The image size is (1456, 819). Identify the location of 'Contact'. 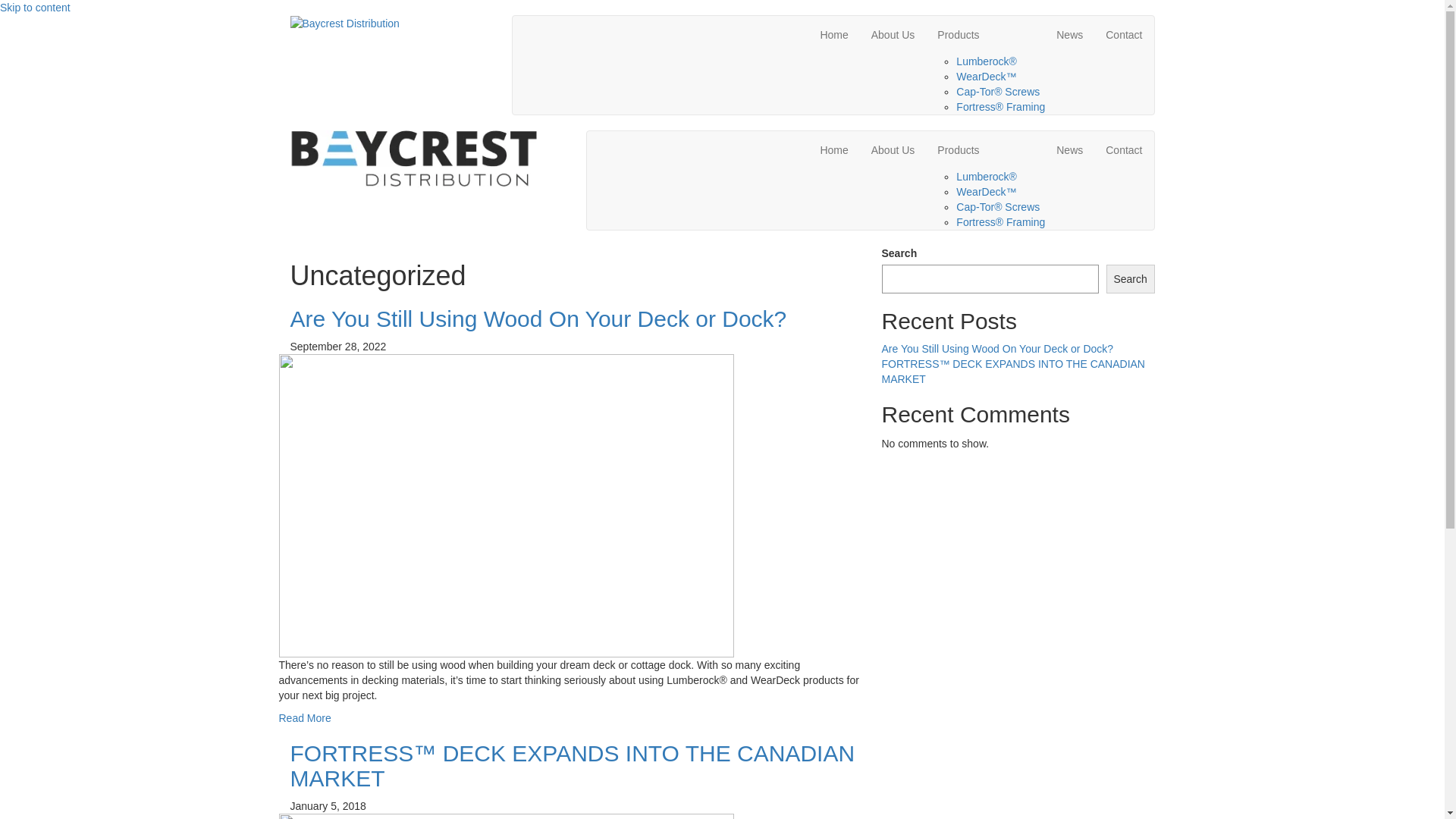
(1124, 34).